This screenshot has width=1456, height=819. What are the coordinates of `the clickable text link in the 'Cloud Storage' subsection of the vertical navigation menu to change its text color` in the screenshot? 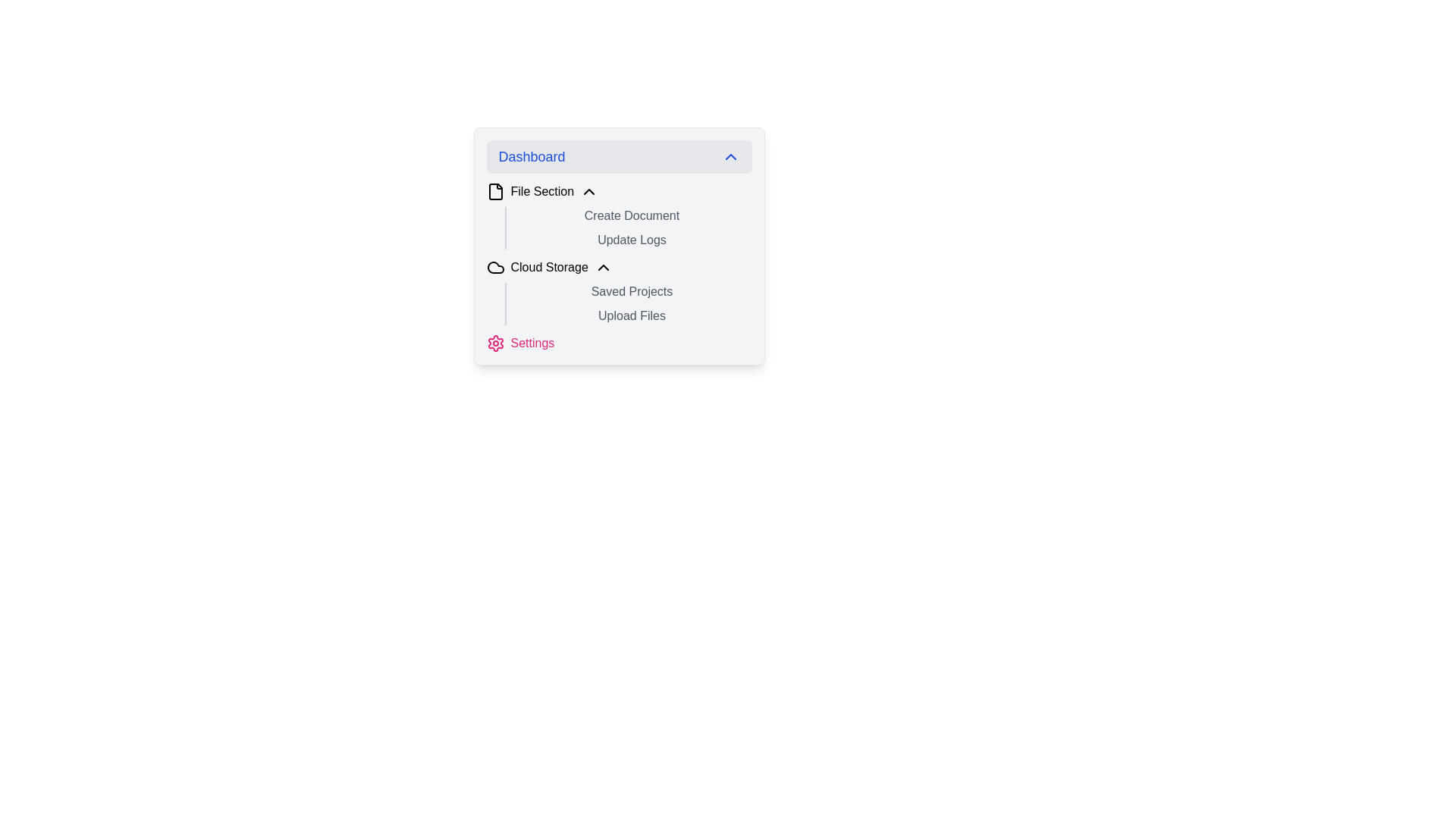 It's located at (629, 315).